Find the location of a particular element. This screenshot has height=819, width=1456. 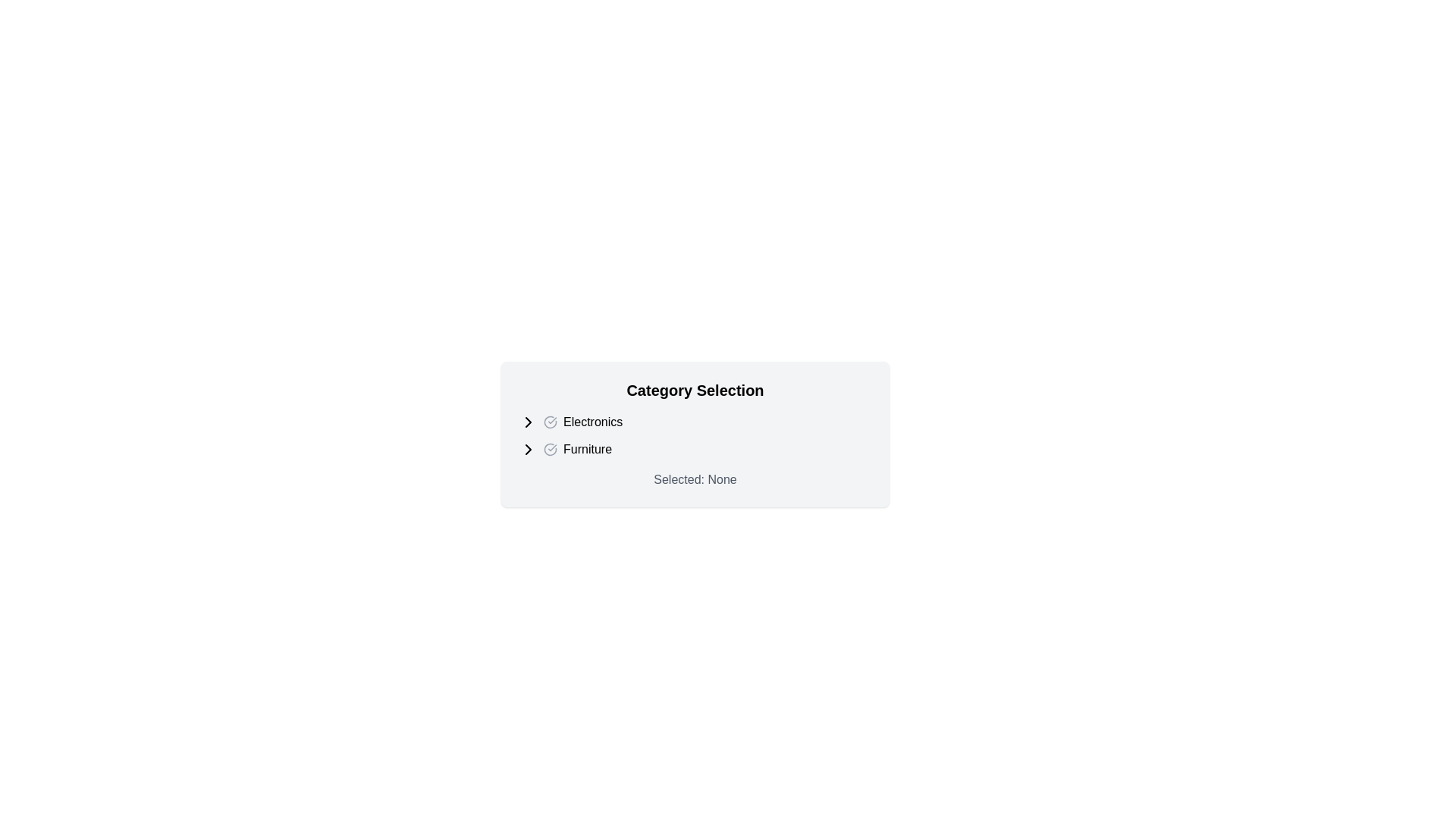

the 'Electronics' static text label is located at coordinates (592, 422).